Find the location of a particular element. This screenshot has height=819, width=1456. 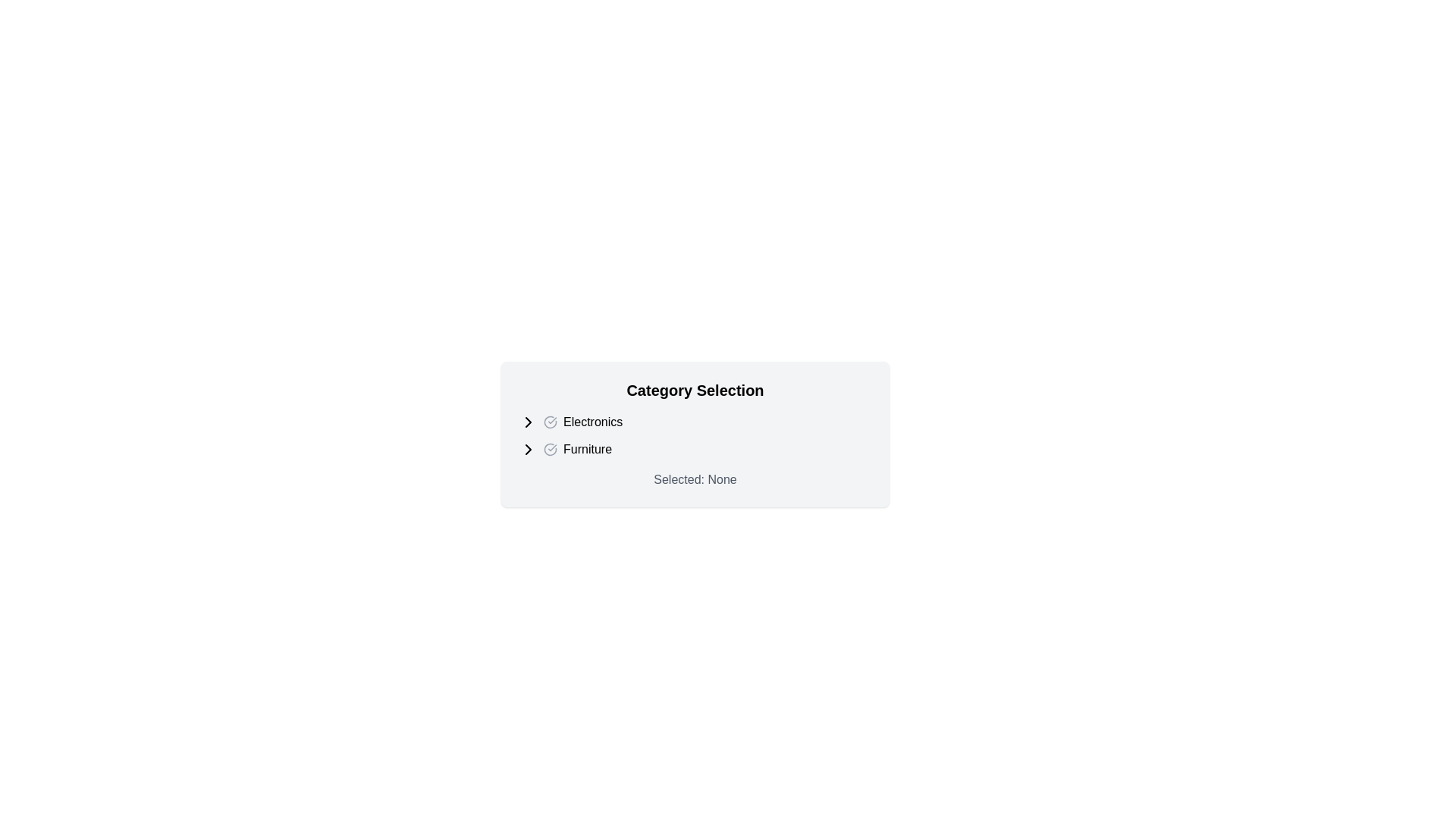

the 'Electronics' static text label is located at coordinates (592, 422).